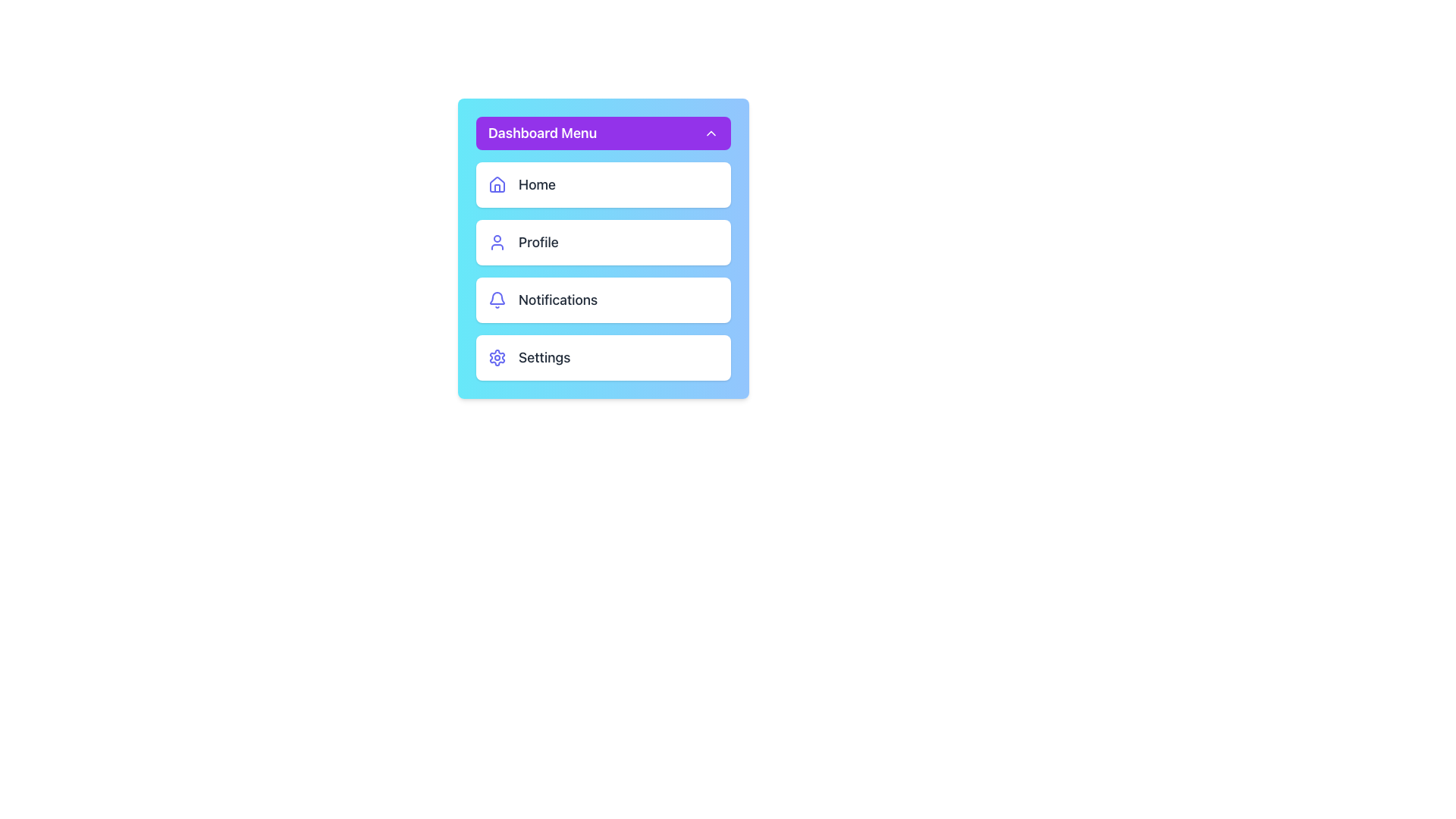 The image size is (1456, 819). What do you see at coordinates (557, 300) in the screenshot?
I see `the 'Notifications' menu option` at bounding box center [557, 300].